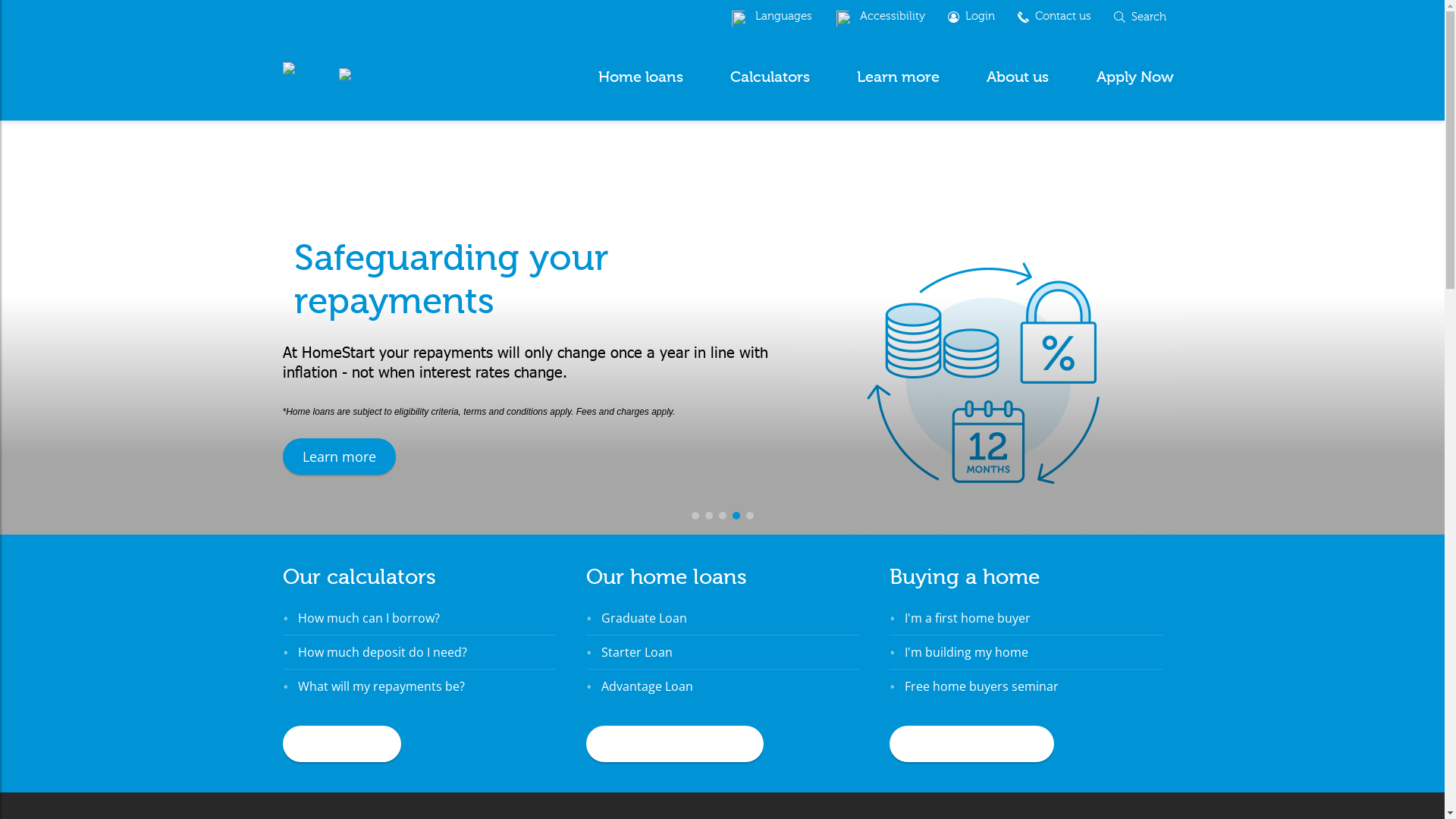 The image size is (1456, 819). I want to click on 'Advantage Loan', so click(646, 686).